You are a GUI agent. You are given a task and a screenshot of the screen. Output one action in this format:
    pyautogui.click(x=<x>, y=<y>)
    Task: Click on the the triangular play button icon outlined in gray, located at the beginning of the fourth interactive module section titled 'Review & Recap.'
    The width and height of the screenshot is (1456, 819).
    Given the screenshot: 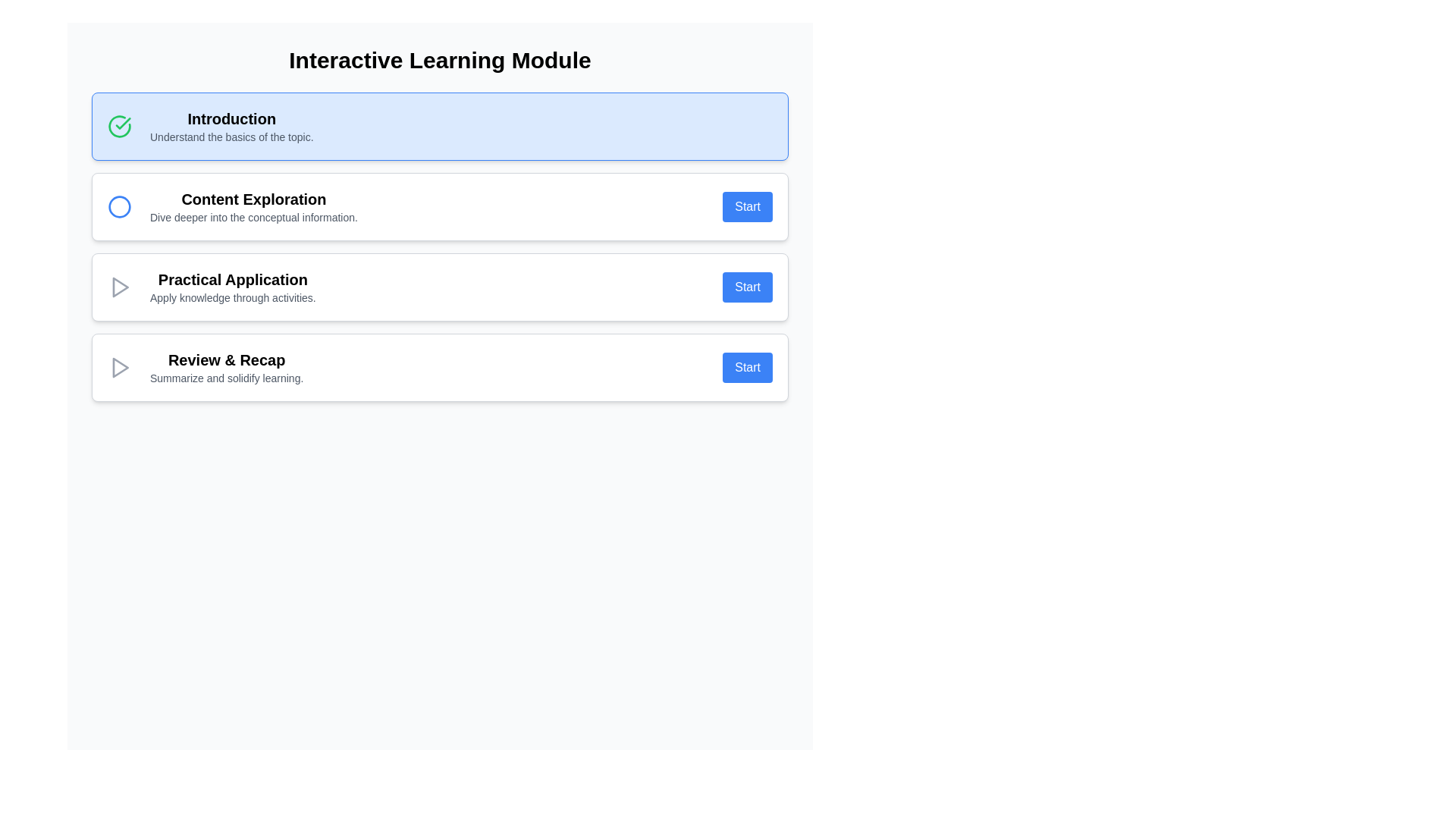 What is the action you would take?
    pyautogui.click(x=119, y=368)
    